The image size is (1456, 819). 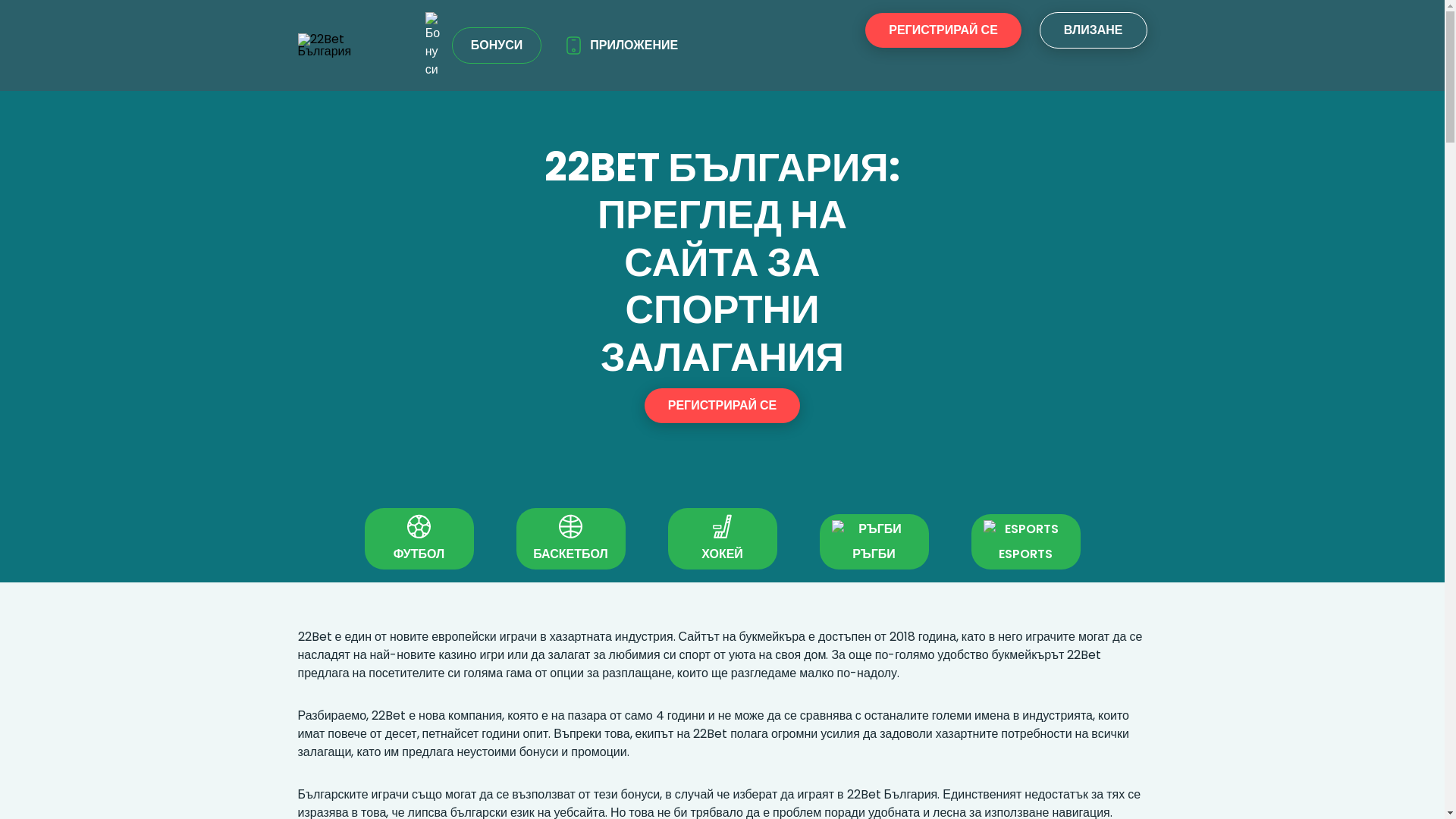 What do you see at coordinates (971, 541) in the screenshot?
I see `'ESPORTS'` at bounding box center [971, 541].